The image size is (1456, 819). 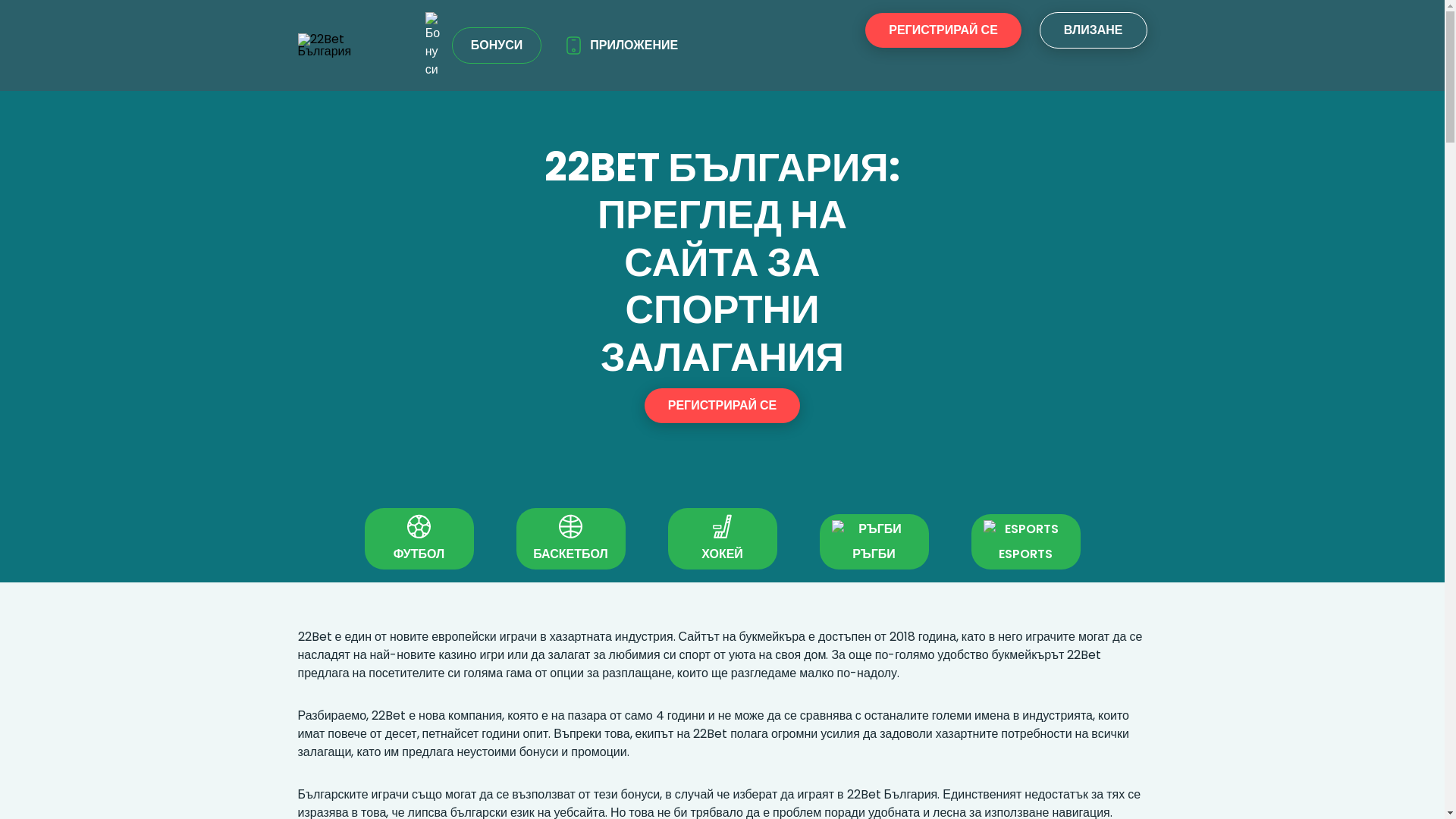 What do you see at coordinates (971, 541) in the screenshot?
I see `'ESPORTS'` at bounding box center [971, 541].